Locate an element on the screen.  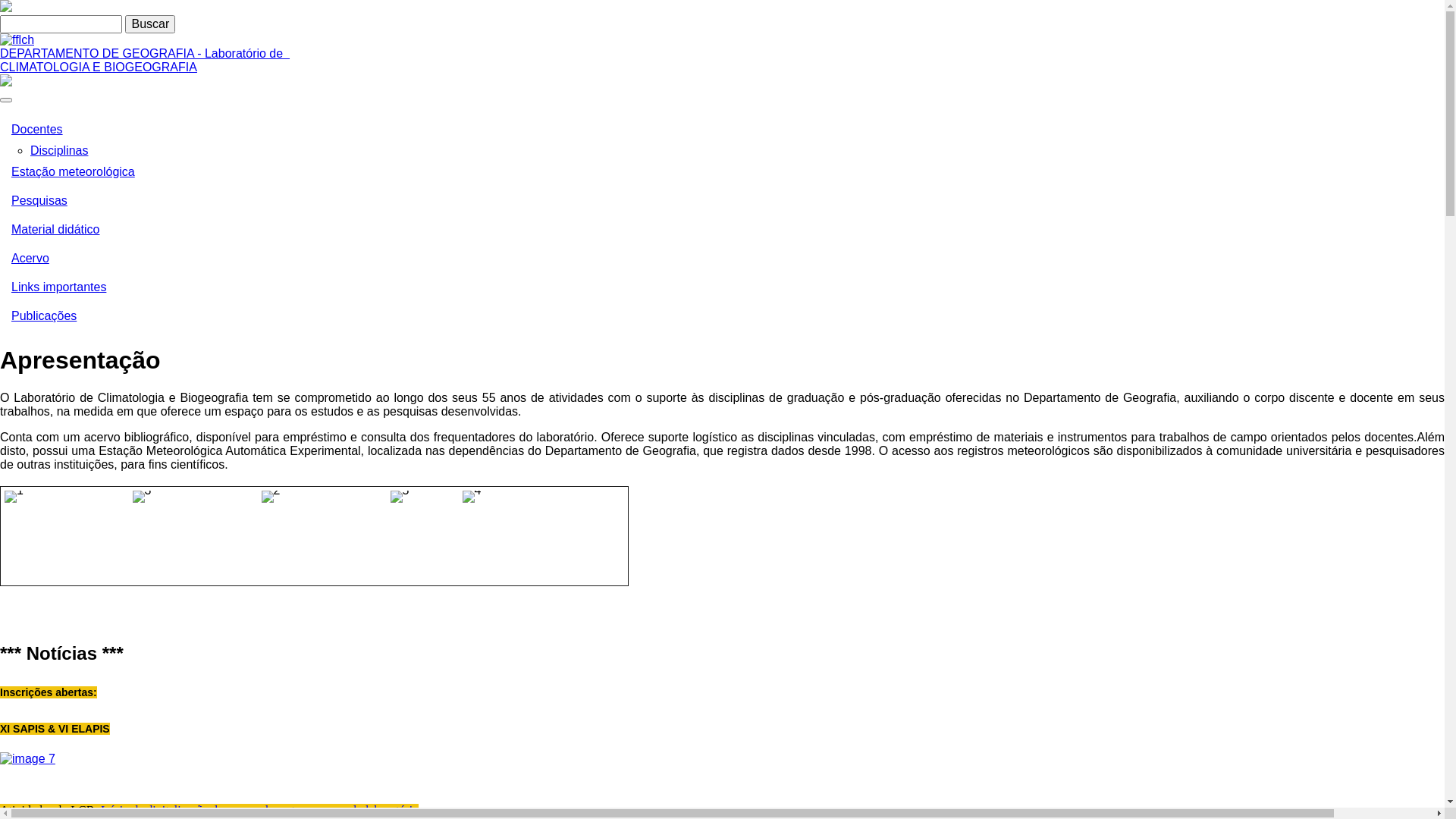
'CLIMATOLOGIA E BIOGEOGRAFIA' is located at coordinates (97, 66).